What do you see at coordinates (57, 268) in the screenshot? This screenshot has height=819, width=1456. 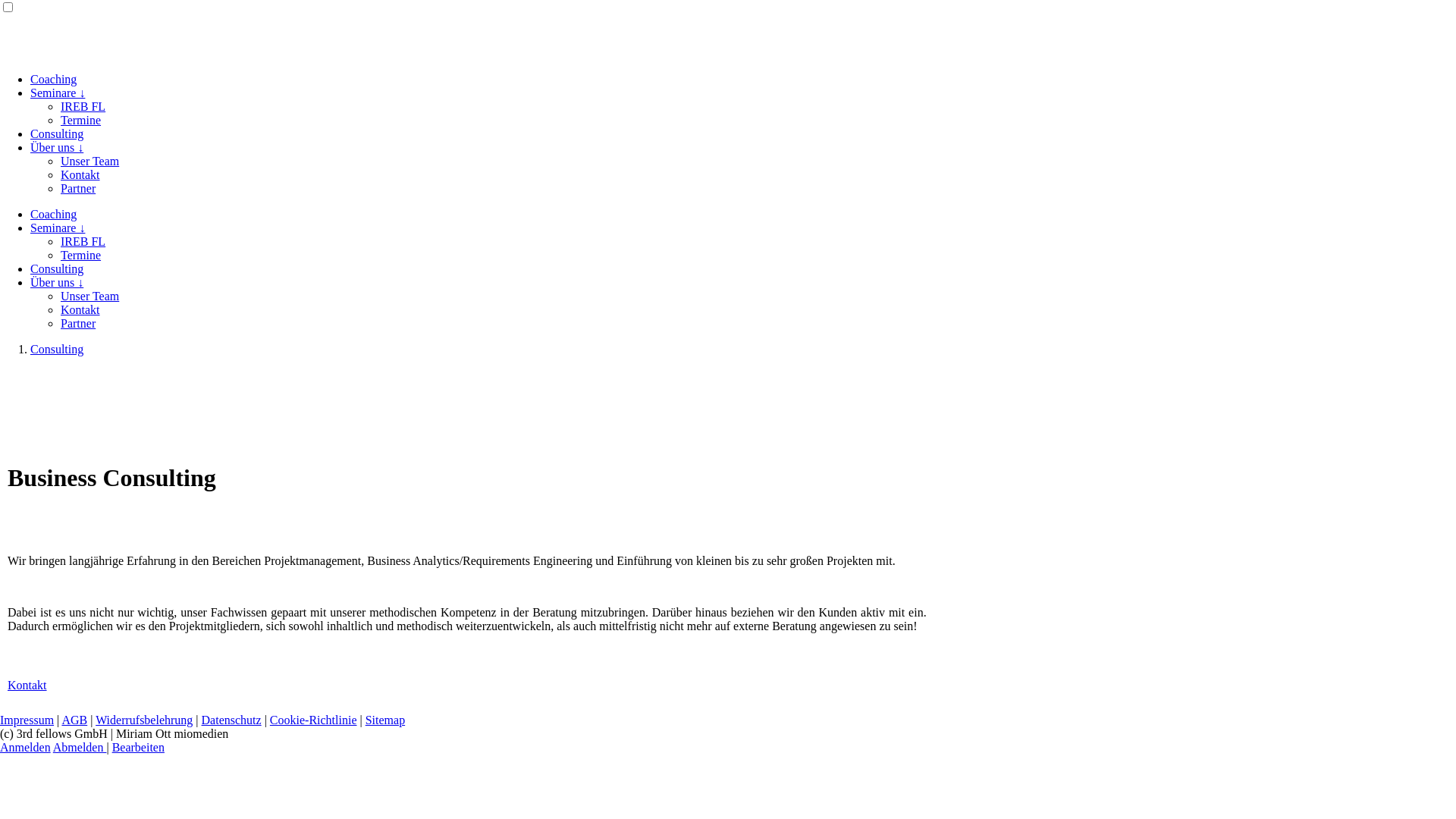 I see `'Consulting'` at bounding box center [57, 268].